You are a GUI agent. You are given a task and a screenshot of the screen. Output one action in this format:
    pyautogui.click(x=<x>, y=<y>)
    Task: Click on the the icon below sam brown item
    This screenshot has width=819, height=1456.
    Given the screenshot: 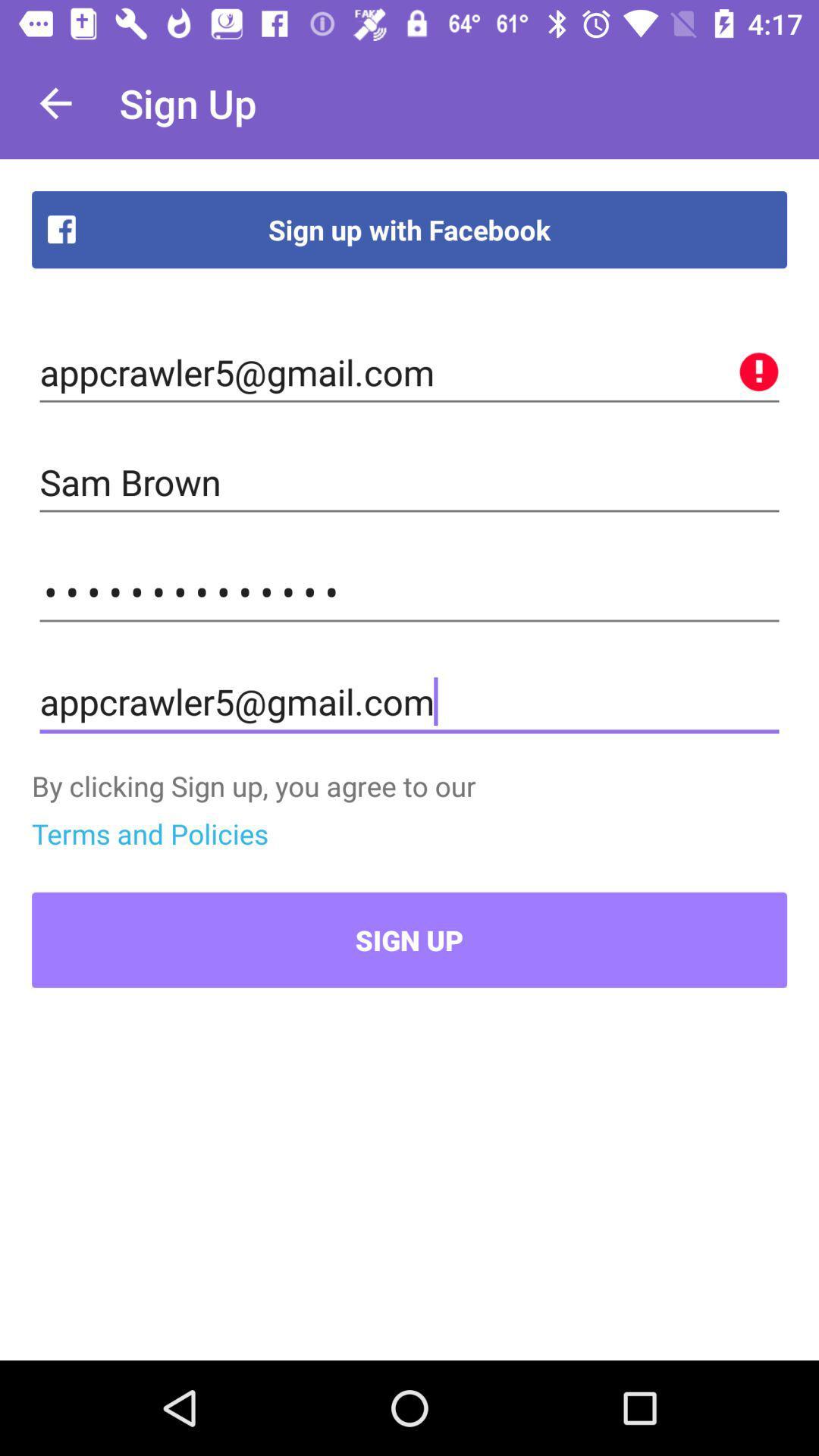 What is the action you would take?
    pyautogui.click(x=409, y=591)
    